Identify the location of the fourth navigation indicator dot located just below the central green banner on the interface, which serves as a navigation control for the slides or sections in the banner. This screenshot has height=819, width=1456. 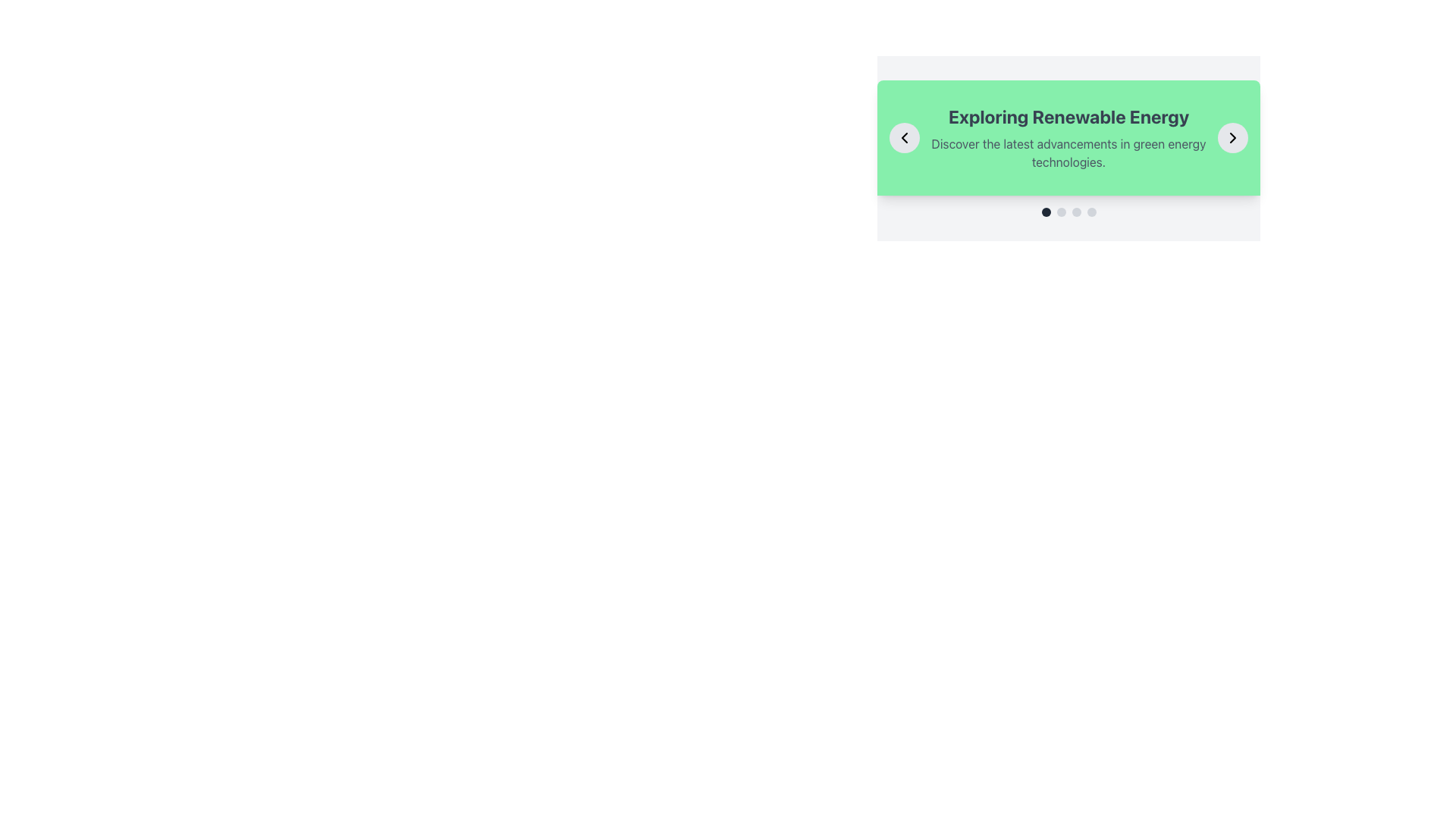
(1090, 212).